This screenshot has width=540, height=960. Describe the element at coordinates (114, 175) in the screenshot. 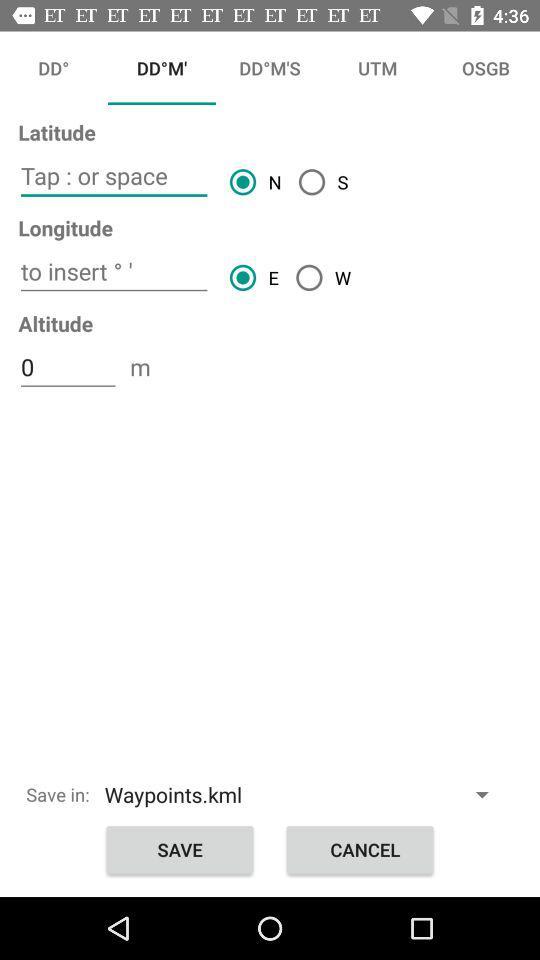

I see `details` at that location.